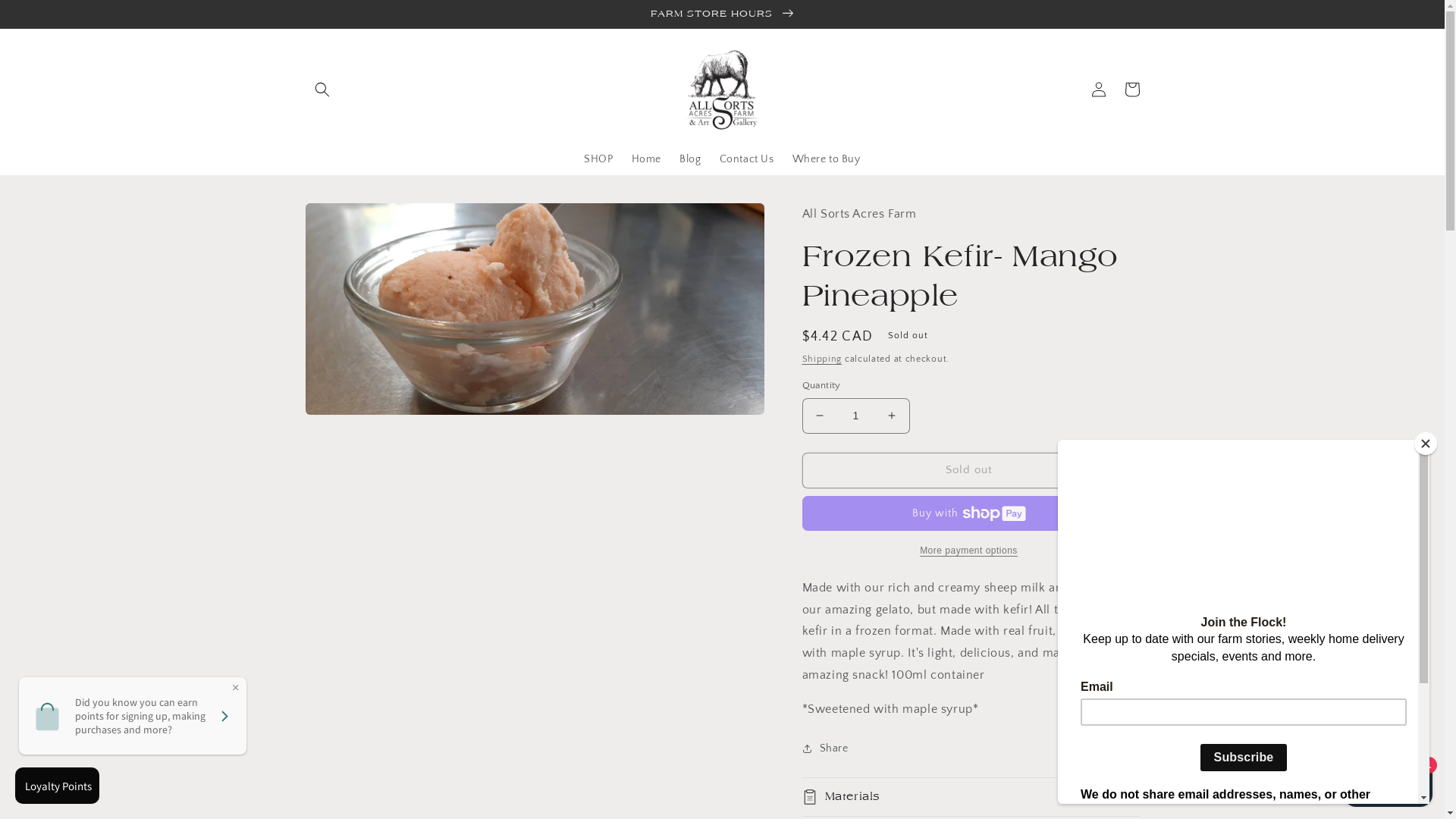  I want to click on 'Shipping', so click(821, 359).